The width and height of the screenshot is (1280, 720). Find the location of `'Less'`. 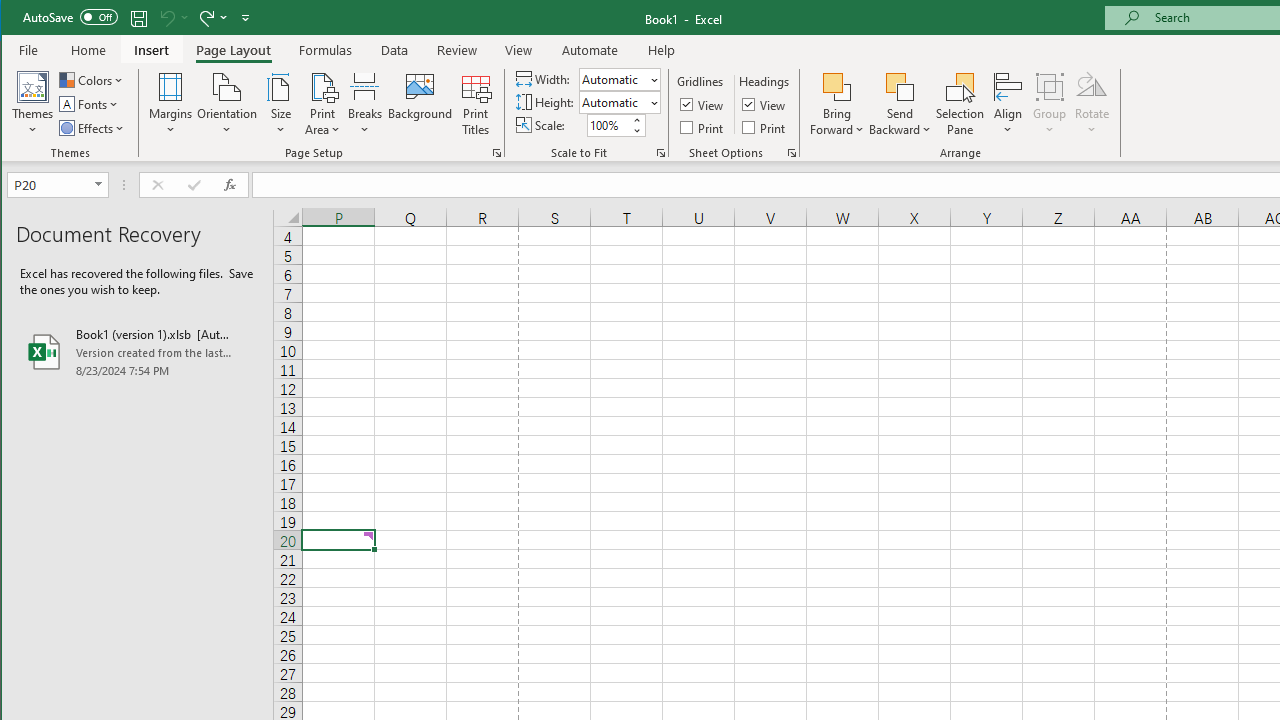

'Less' is located at coordinates (635, 130).